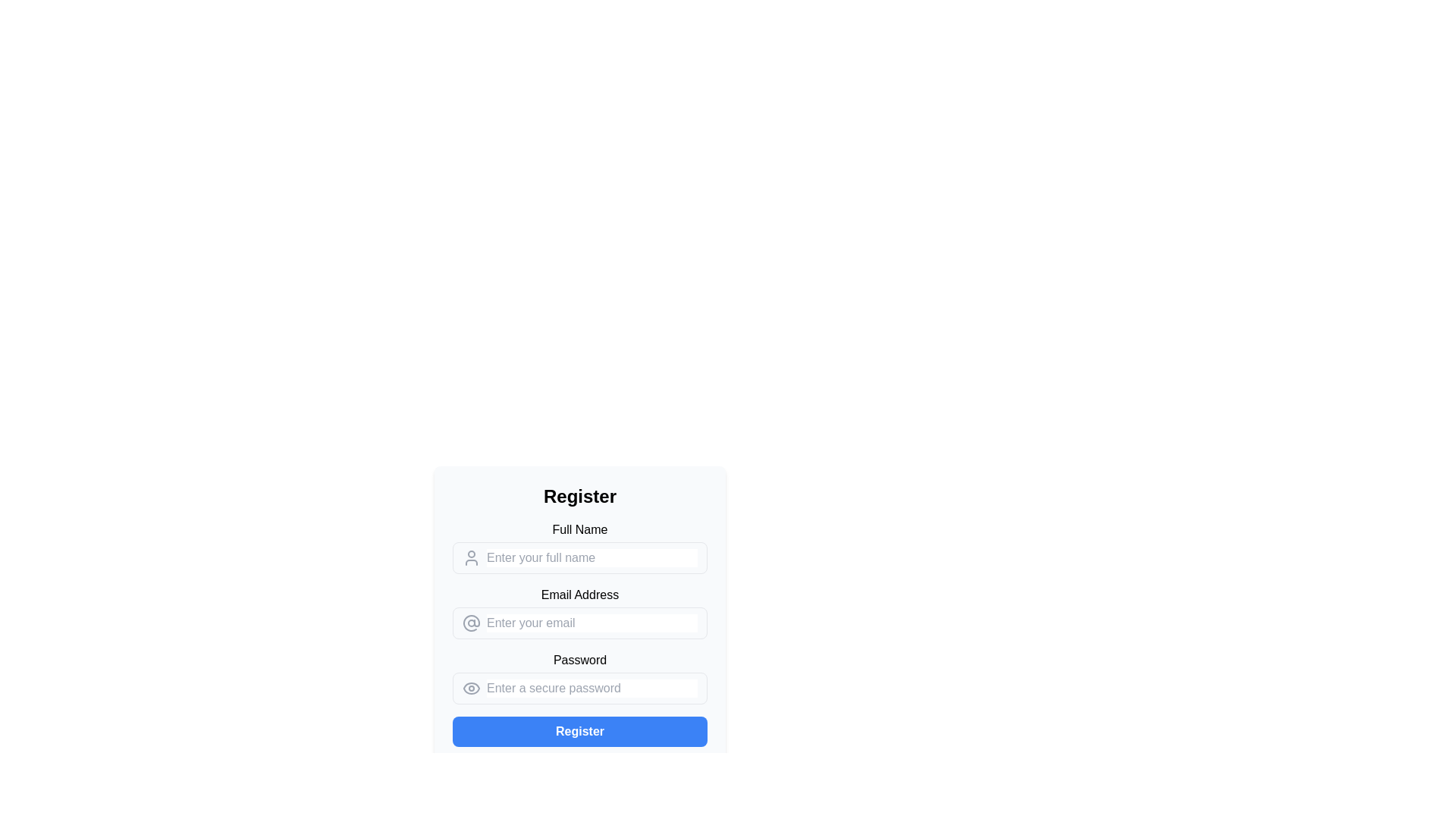 The image size is (1456, 819). Describe the element at coordinates (579, 547) in the screenshot. I see `the text input field for full name located in the 'Register' form, which is the first input field below the 'Full Name' label` at that location.